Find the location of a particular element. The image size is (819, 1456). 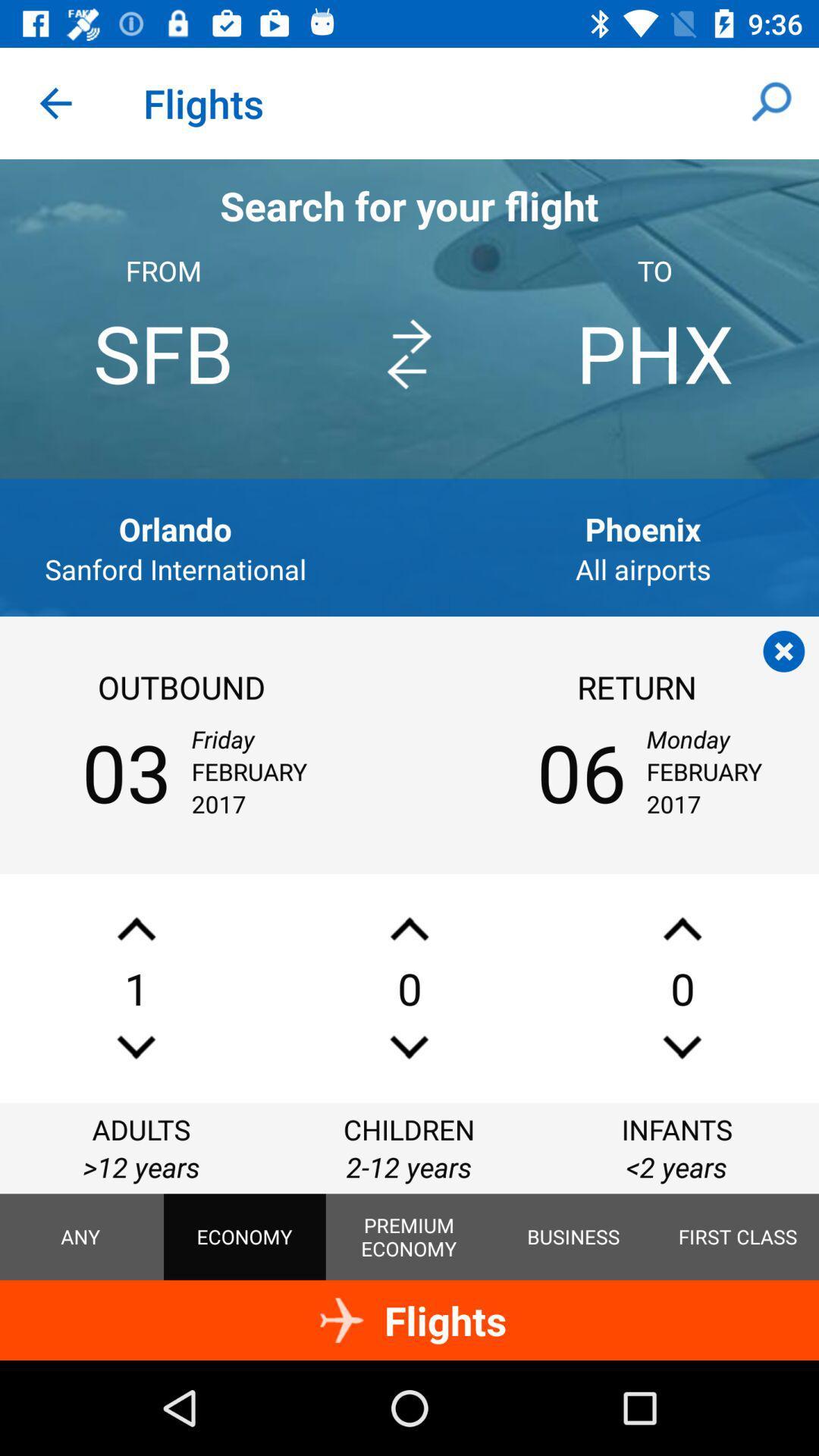

decrease number of adults is located at coordinates (136, 1046).